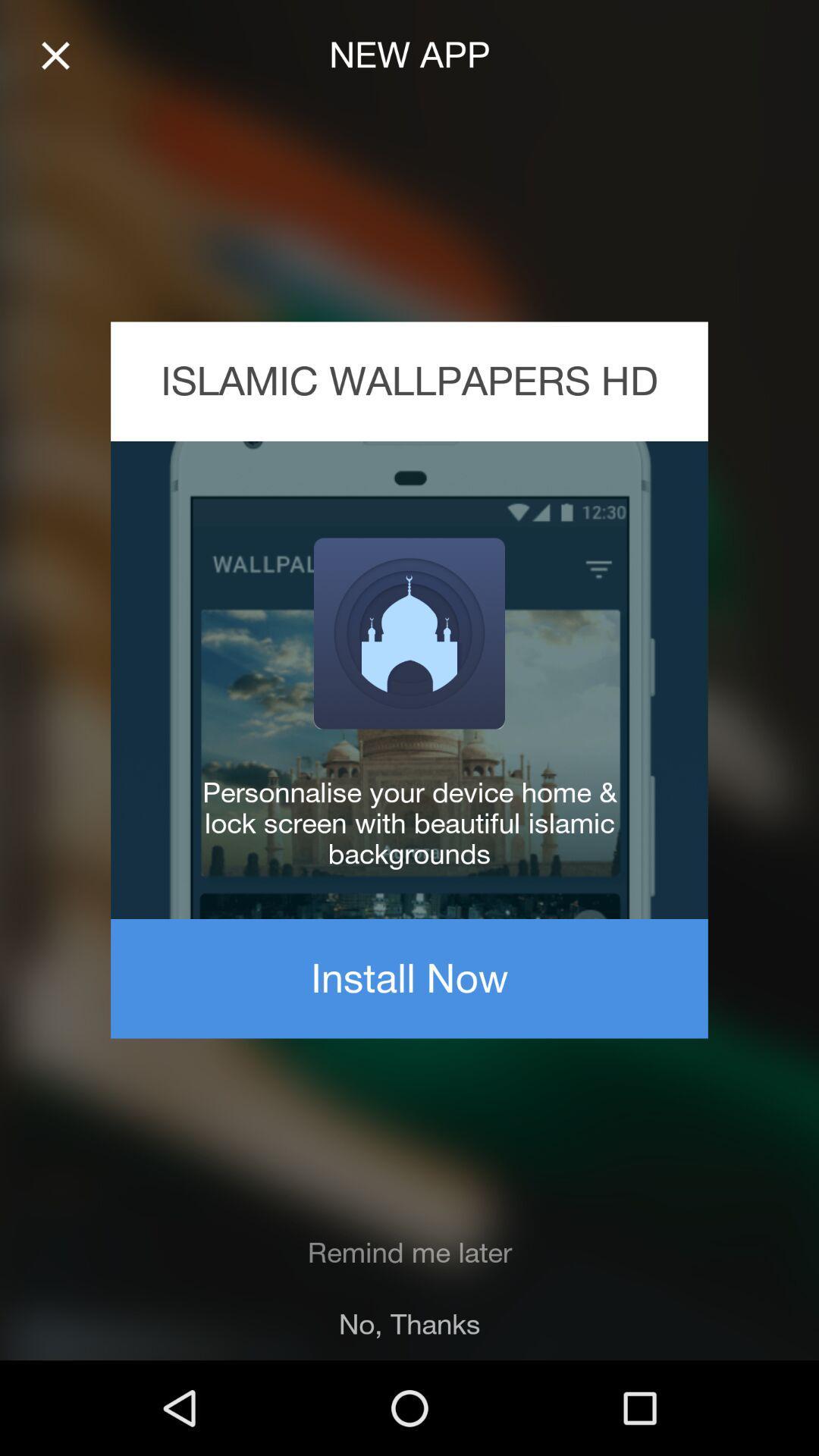 The image size is (819, 1456). What do you see at coordinates (55, 55) in the screenshot?
I see `tab` at bounding box center [55, 55].